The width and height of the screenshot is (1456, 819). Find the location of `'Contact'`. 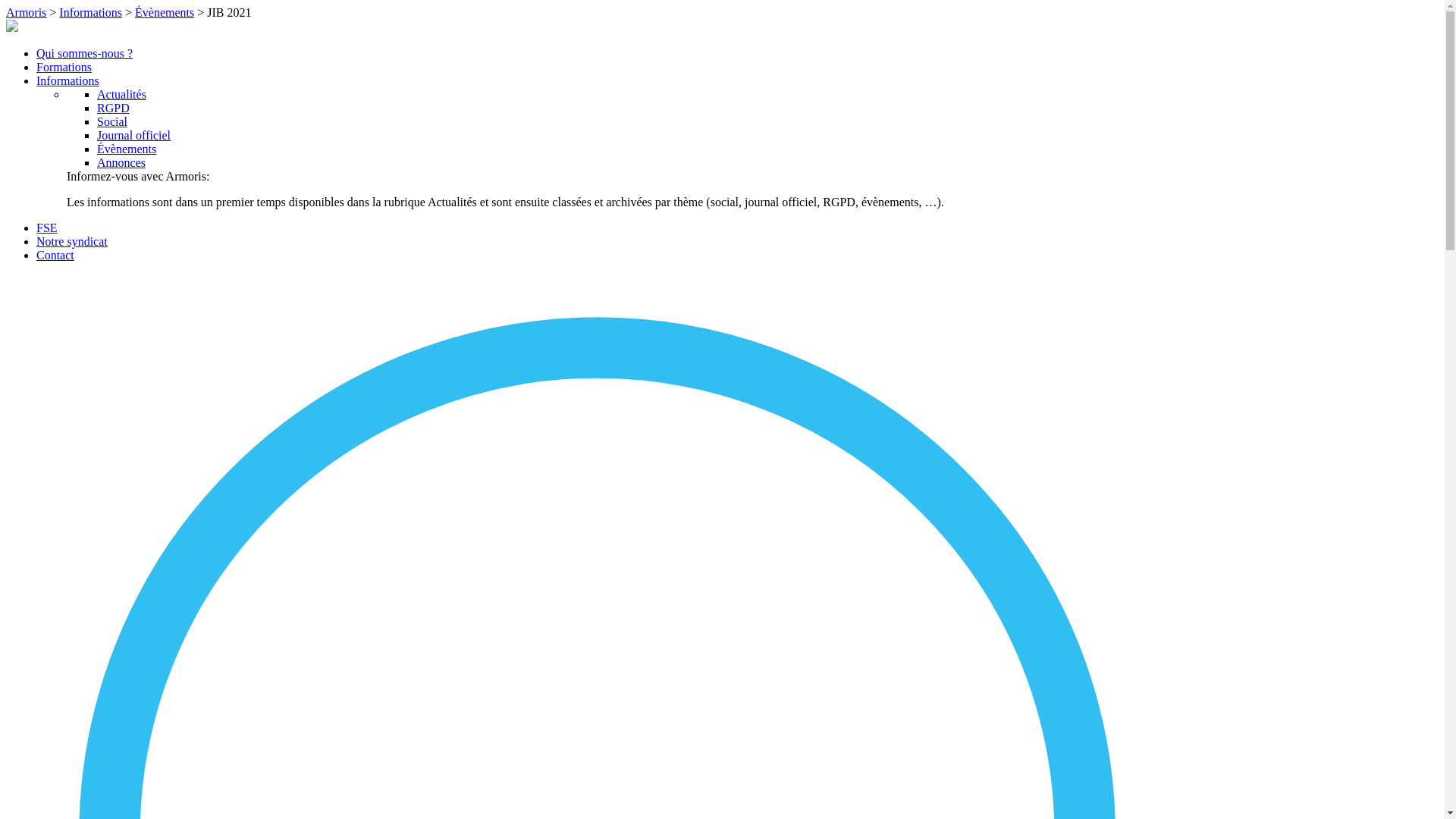

'Contact' is located at coordinates (55, 254).